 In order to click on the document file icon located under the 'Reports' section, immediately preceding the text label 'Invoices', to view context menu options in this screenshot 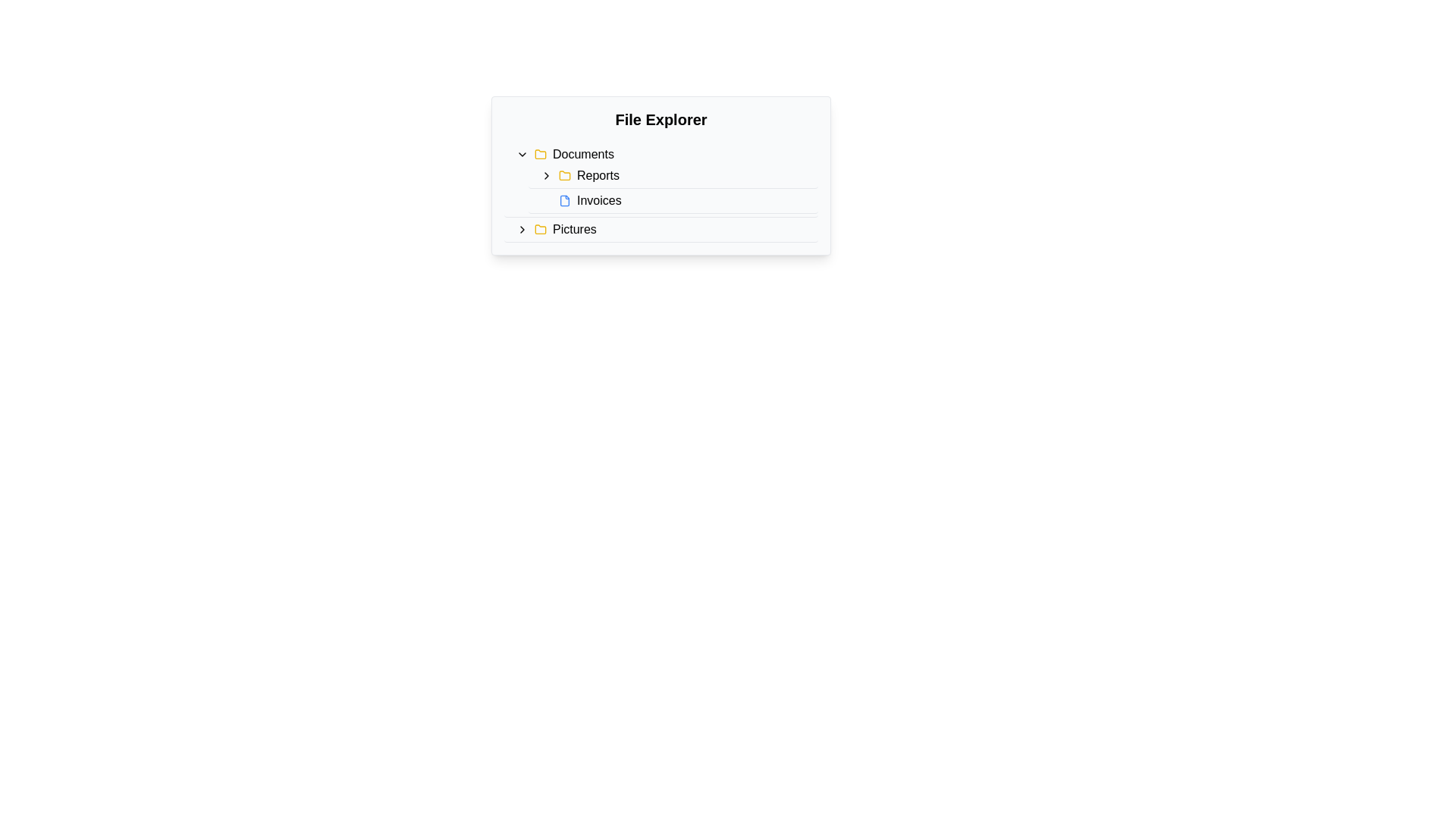, I will do `click(563, 200)`.